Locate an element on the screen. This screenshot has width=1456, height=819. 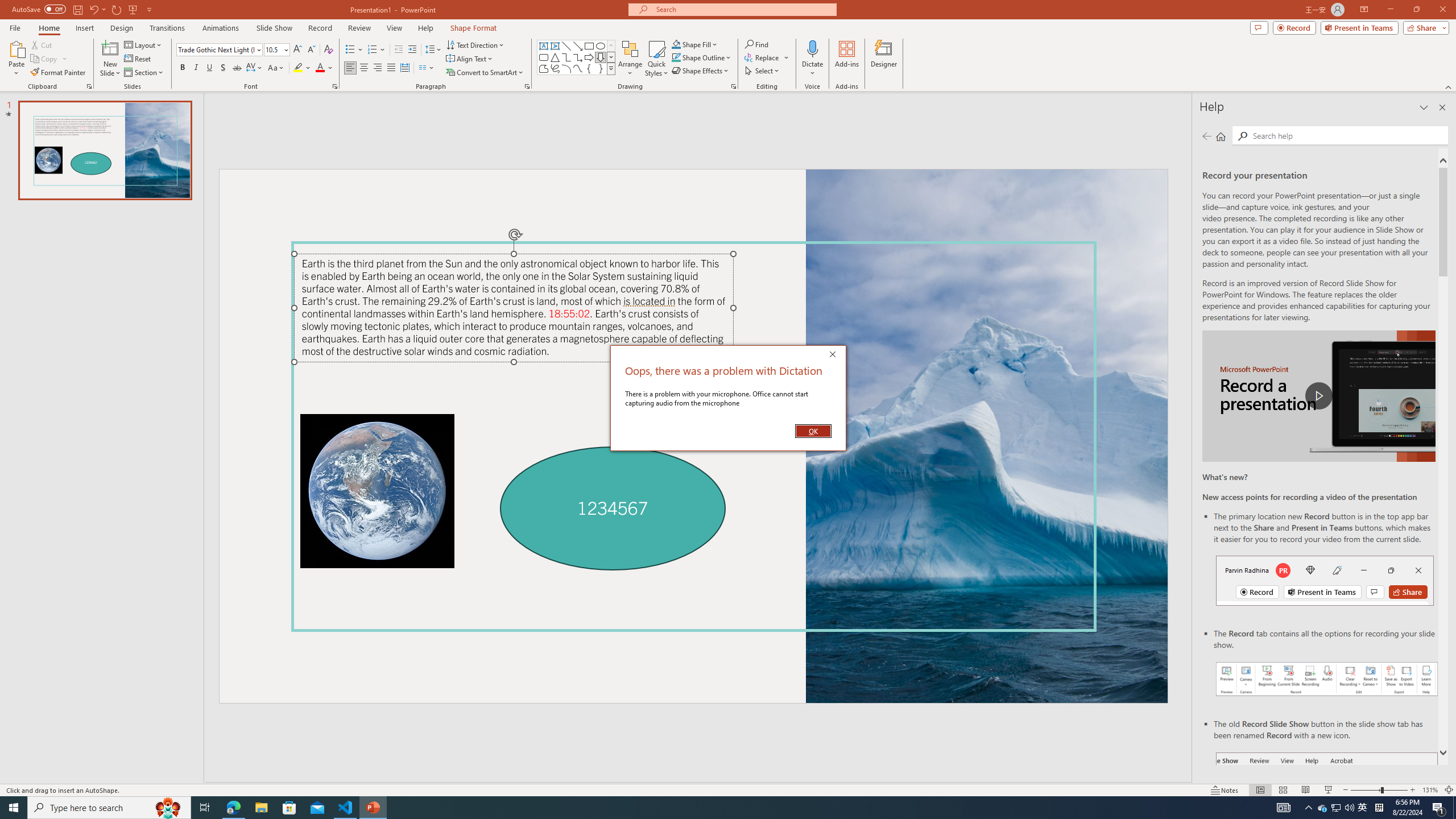
'Line' is located at coordinates (565, 45).